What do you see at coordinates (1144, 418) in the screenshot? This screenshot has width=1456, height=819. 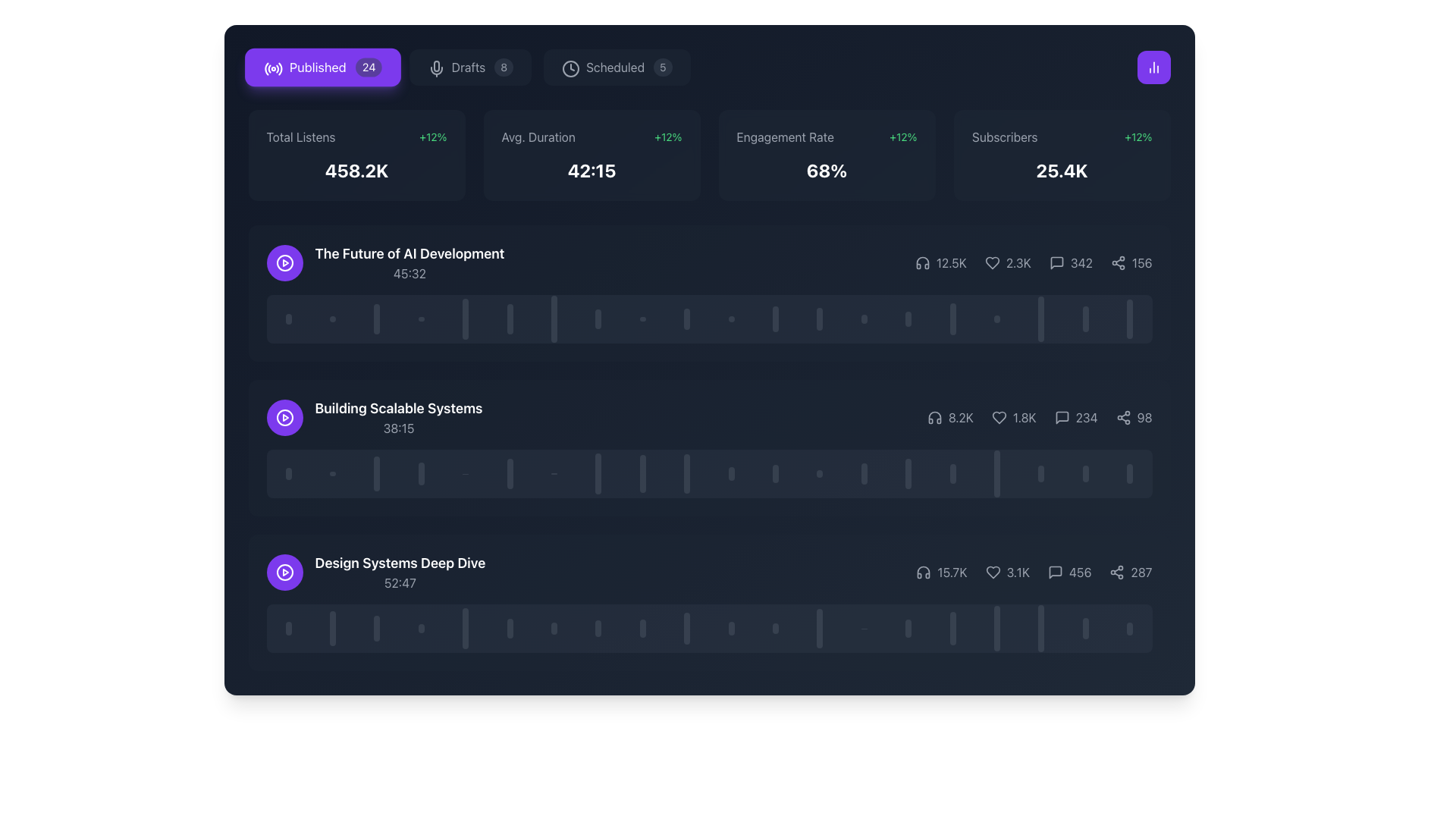 I see `the static text displaying a numerical value associated with the 'Building Scalable Systems' entry, located immediately to the right of the share icon` at bounding box center [1144, 418].